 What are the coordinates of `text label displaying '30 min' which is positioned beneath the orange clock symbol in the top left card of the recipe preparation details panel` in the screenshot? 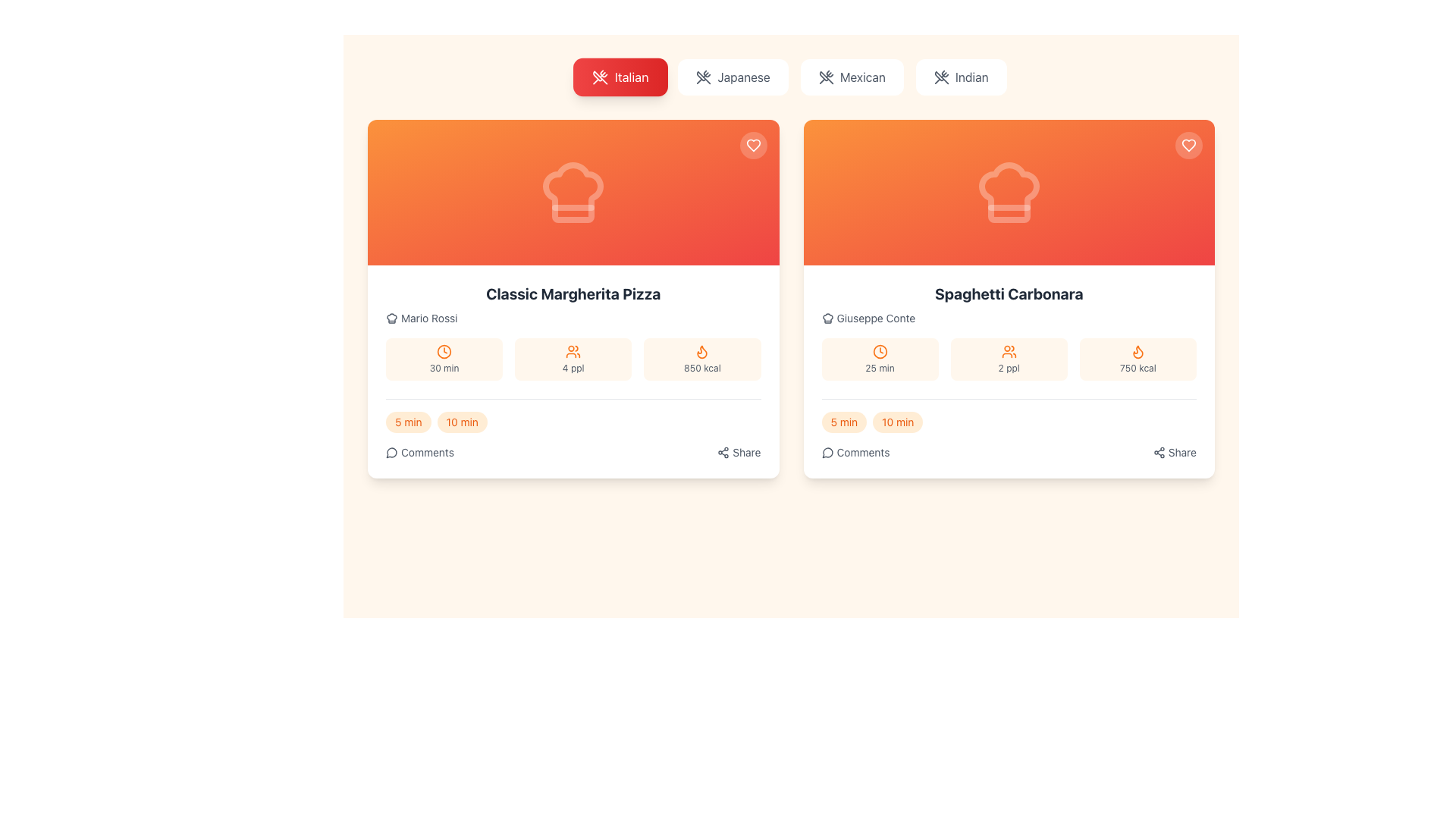 It's located at (444, 369).